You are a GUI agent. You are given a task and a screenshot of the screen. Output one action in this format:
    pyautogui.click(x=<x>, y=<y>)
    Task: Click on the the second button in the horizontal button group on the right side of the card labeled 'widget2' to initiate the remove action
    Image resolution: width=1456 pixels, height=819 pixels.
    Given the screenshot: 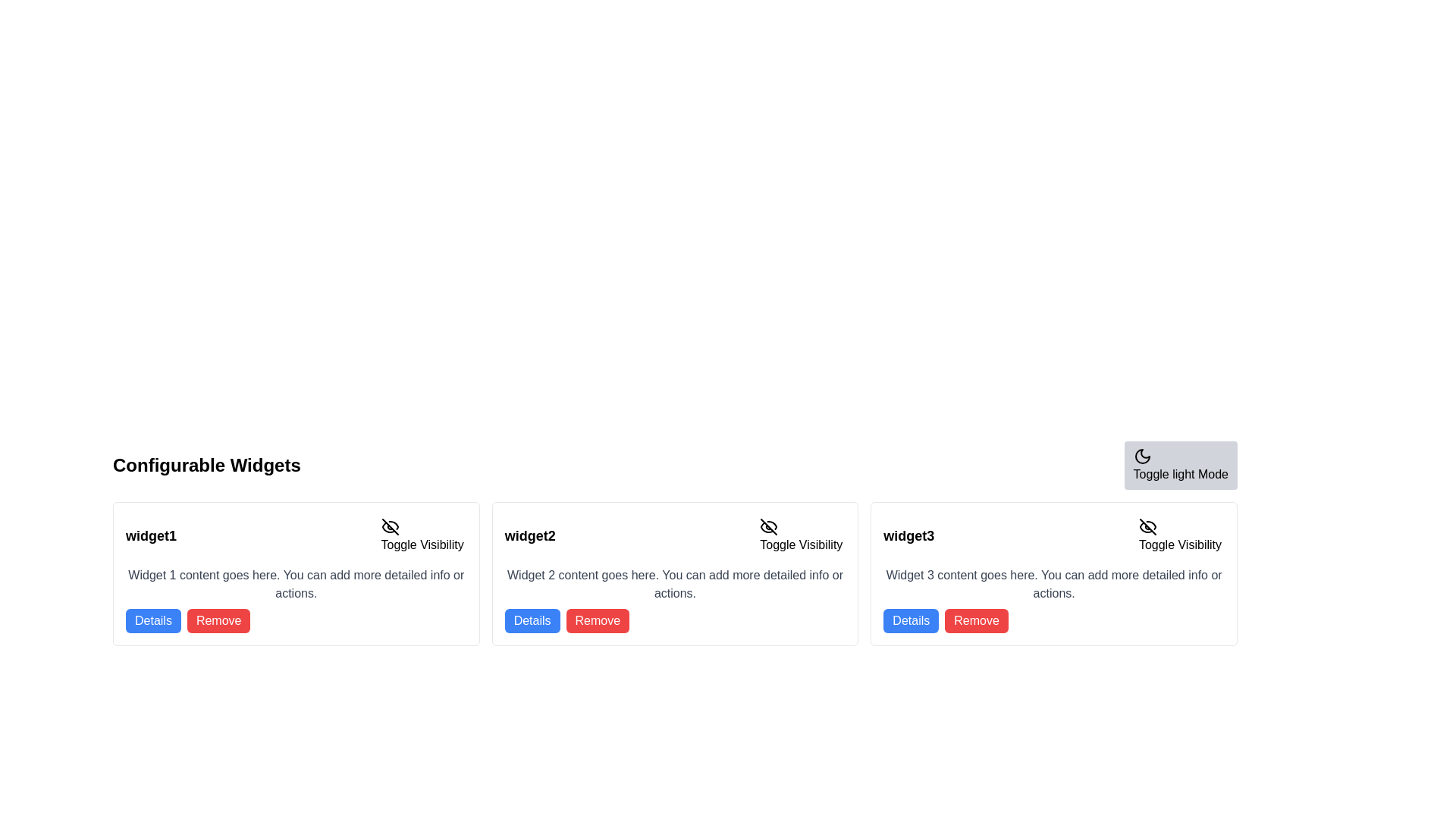 What is the action you would take?
    pyautogui.click(x=597, y=620)
    